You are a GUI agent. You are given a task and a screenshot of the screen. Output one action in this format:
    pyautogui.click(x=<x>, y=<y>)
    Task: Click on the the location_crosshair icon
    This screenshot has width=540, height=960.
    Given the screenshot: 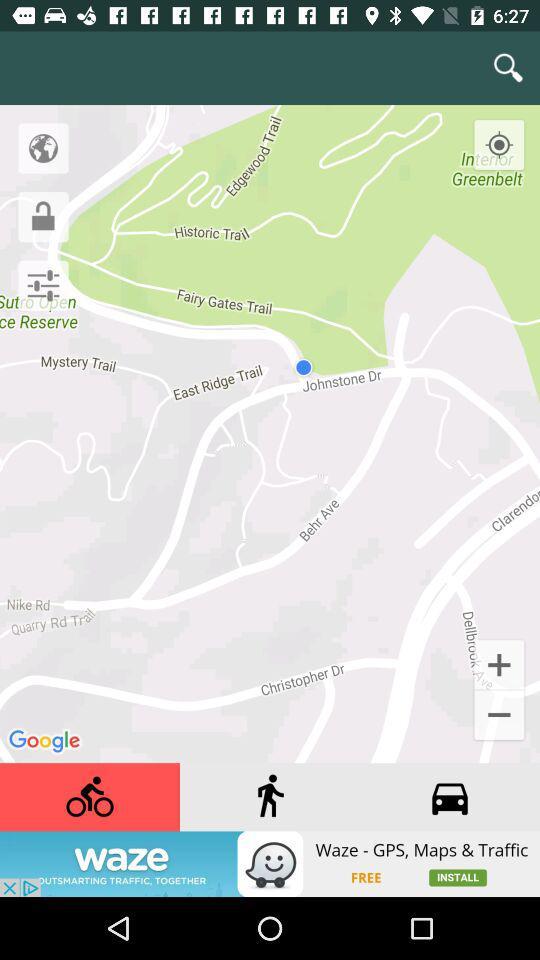 What is the action you would take?
    pyautogui.click(x=516, y=127)
    